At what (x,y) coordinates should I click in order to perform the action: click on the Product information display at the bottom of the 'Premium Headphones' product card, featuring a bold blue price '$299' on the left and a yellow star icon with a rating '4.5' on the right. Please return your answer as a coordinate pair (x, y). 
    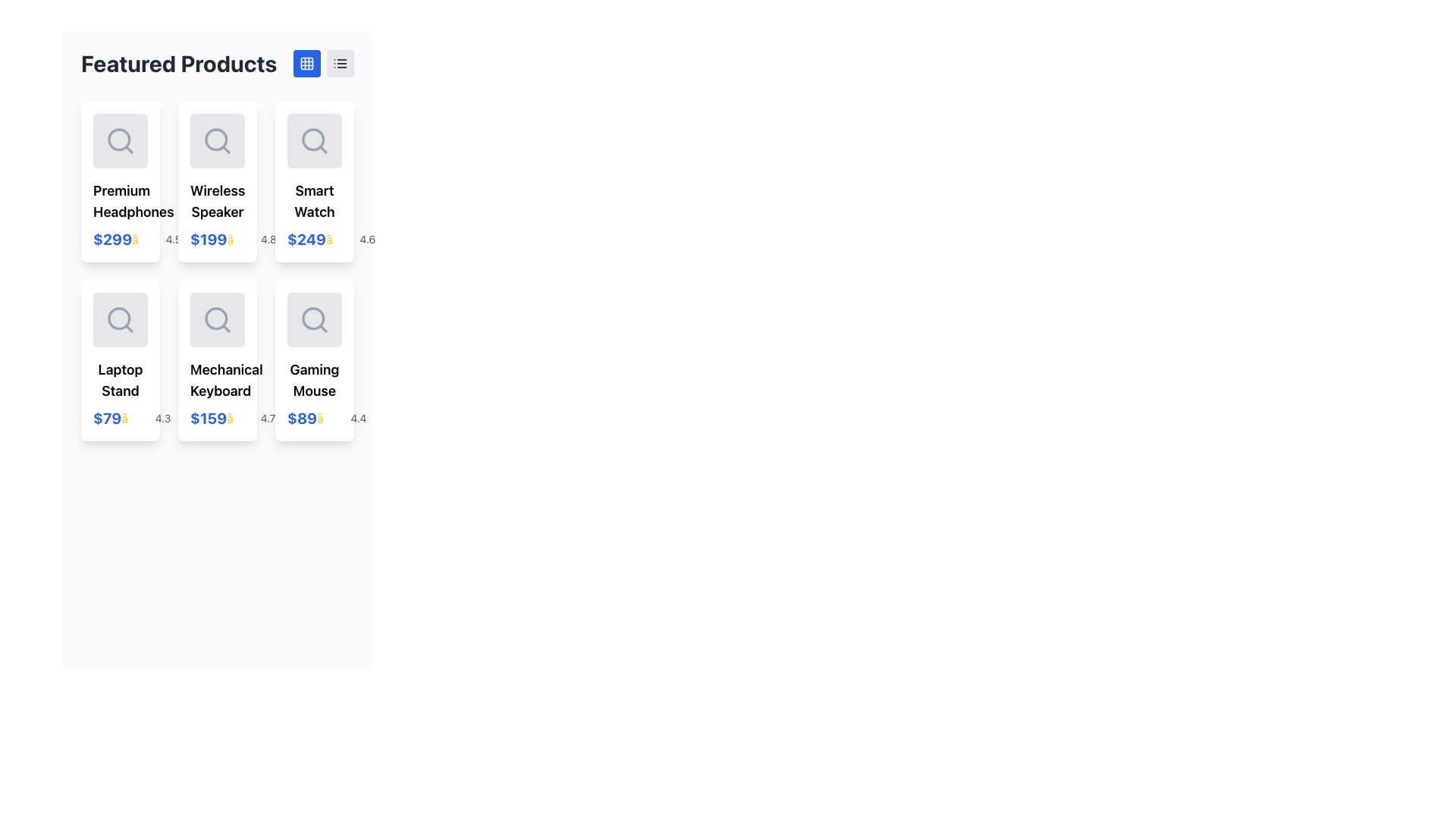
    Looking at the image, I should click on (119, 239).